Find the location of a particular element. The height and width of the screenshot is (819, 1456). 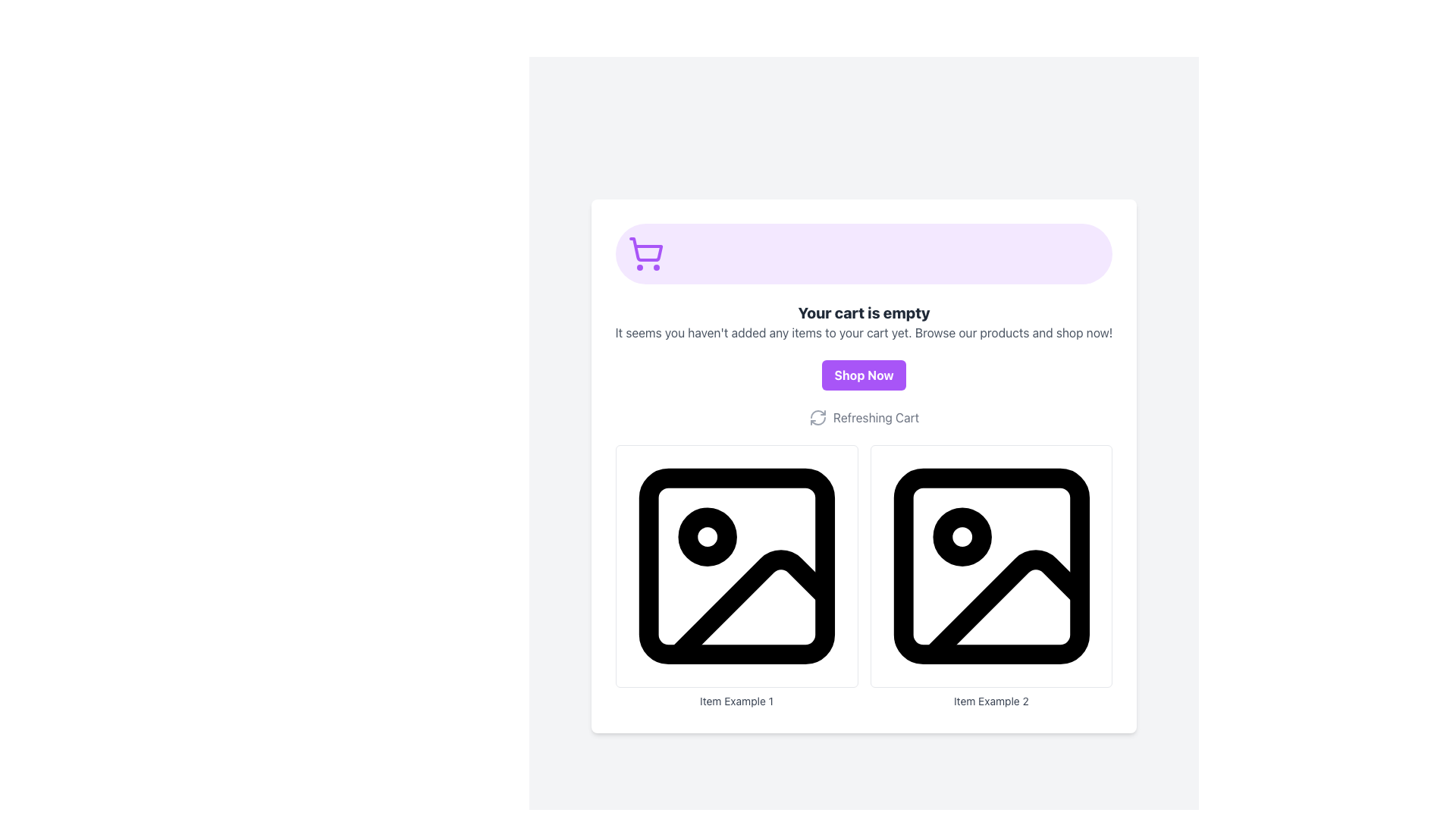

the button-like grid item labeled 'Item Example 2' is located at coordinates (991, 576).